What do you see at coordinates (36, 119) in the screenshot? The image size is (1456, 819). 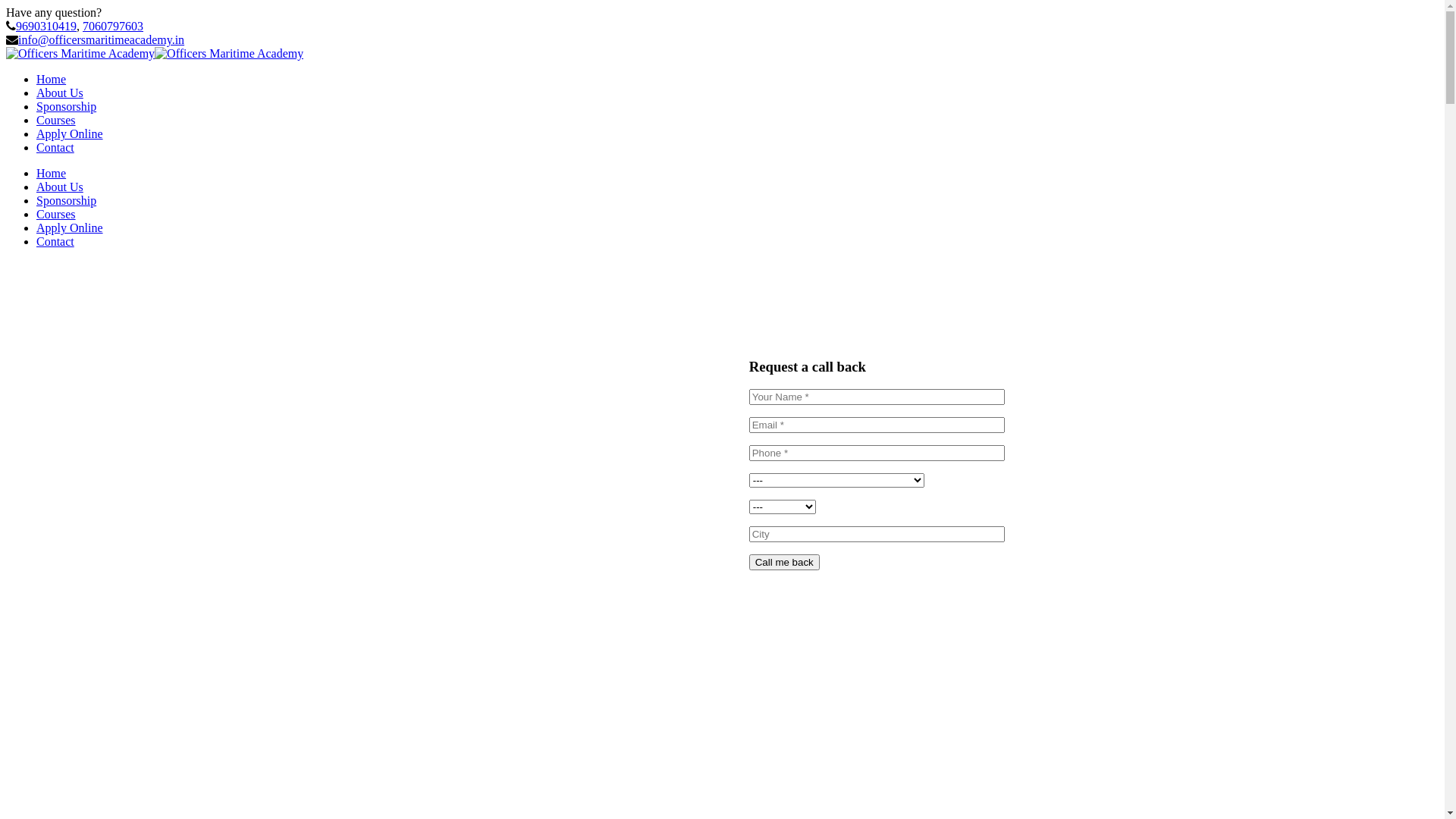 I see `'Courses'` at bounding box center [36, 119].